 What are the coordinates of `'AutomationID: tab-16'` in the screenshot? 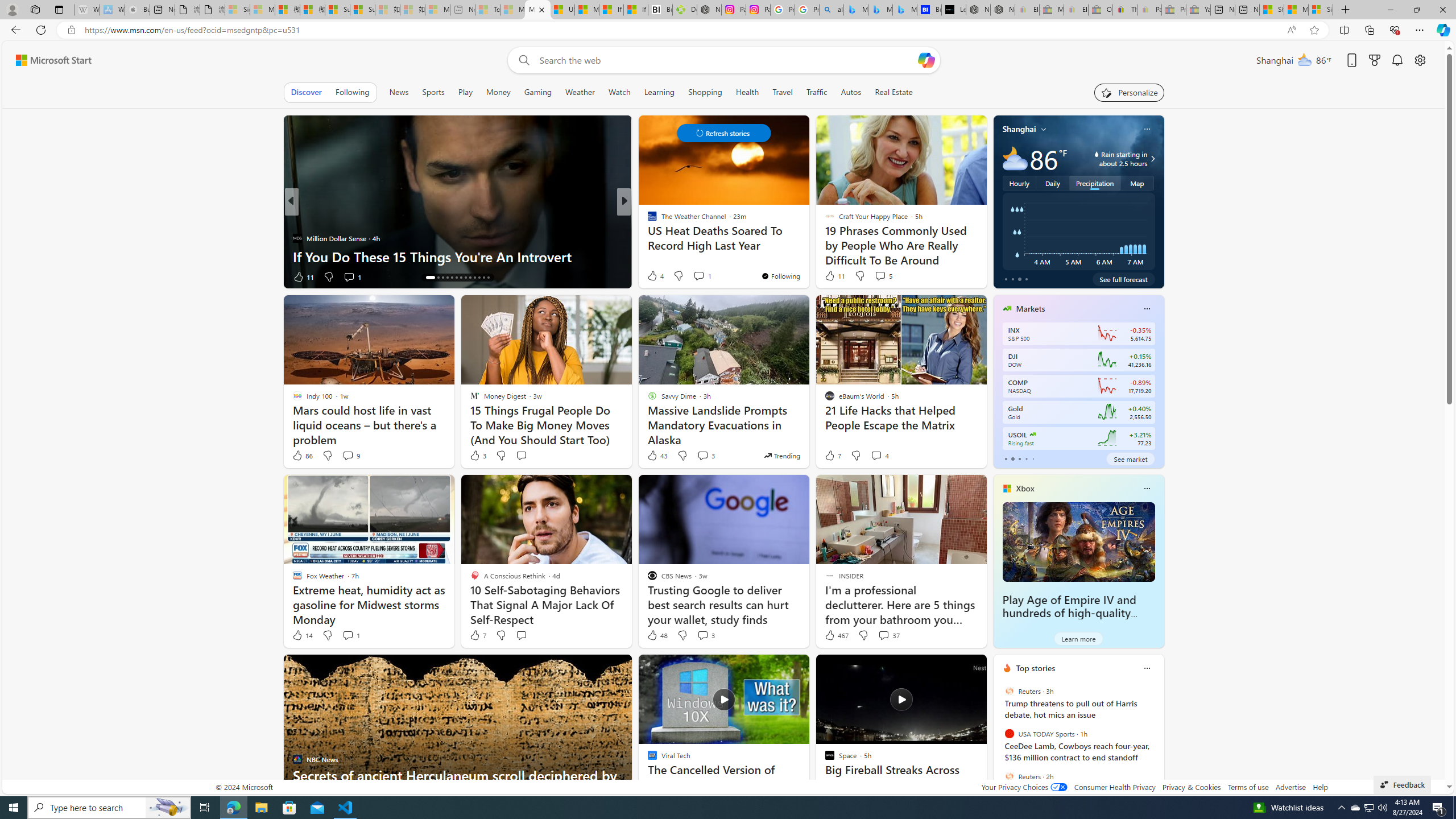 It's located at (442, 277).